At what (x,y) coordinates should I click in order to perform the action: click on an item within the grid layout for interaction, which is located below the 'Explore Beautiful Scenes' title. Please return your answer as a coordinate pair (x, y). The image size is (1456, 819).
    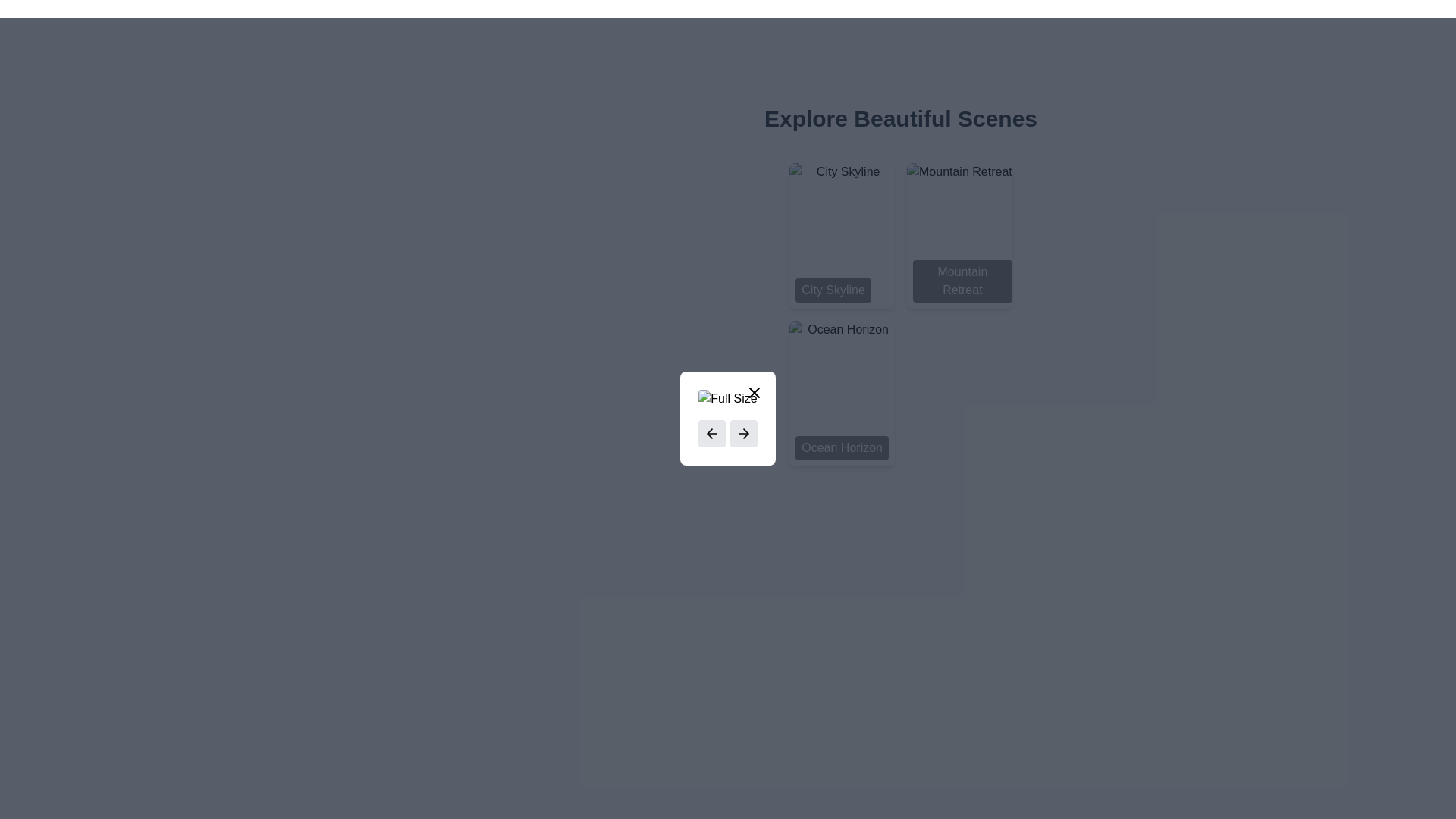
    Looking at the image, I should click on (901, 314).